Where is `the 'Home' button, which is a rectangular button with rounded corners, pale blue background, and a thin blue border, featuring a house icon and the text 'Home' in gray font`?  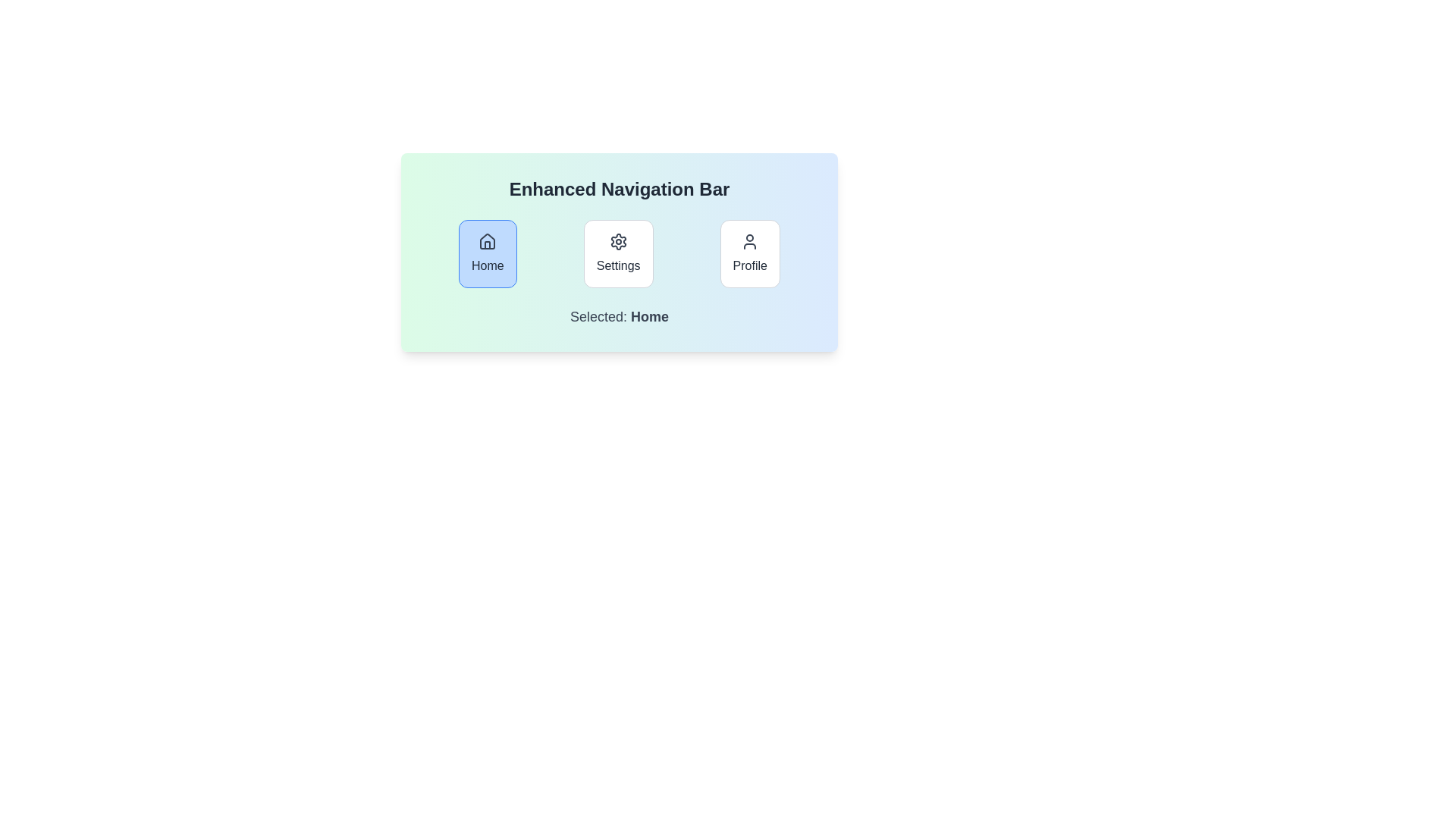
the 'Home' button, which is a rectangular button with rounded corners, pale blue background, and a thin blue border, featuring a house icon and the text 'Home' in gray font is located at coordinates (488, 253).